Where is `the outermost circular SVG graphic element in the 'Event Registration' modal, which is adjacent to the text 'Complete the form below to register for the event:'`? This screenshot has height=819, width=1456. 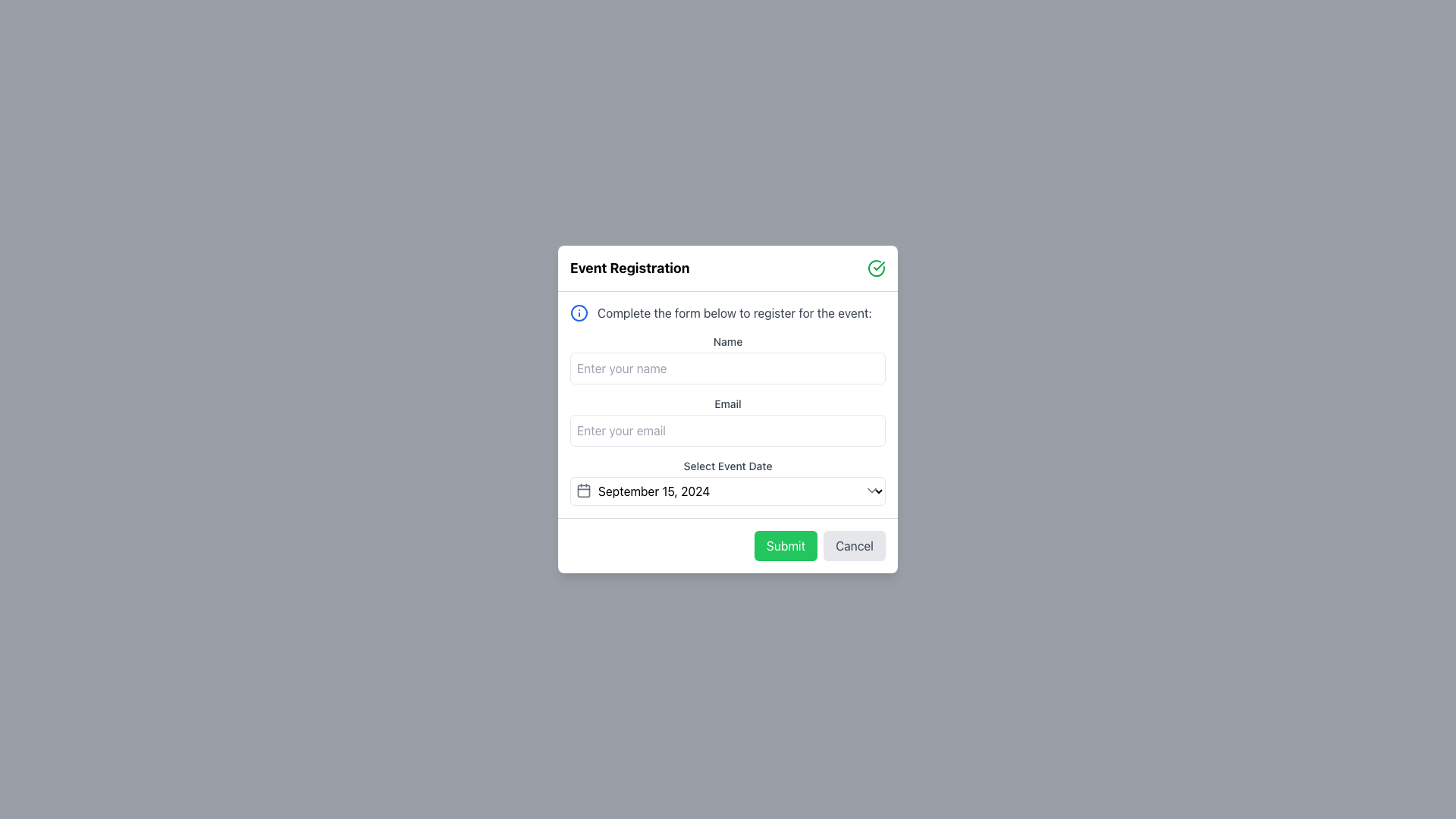
the outermost circular SVG graphic element in the 'Event Registration' modal, which is adjacent to the text 'Complete the form below to register for the event:' is located at coordinates (578, 312).